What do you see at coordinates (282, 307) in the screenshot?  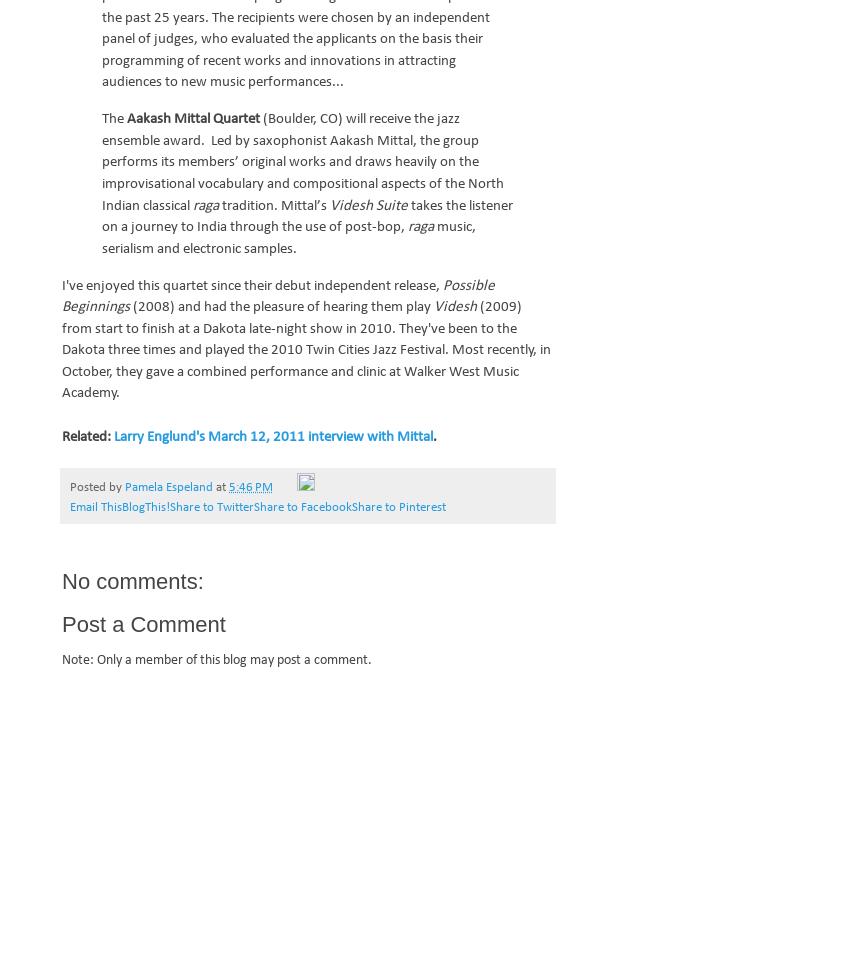 I see `'(2008) and had the pleasure of hearing them play'` at bounding box center [282, 307].